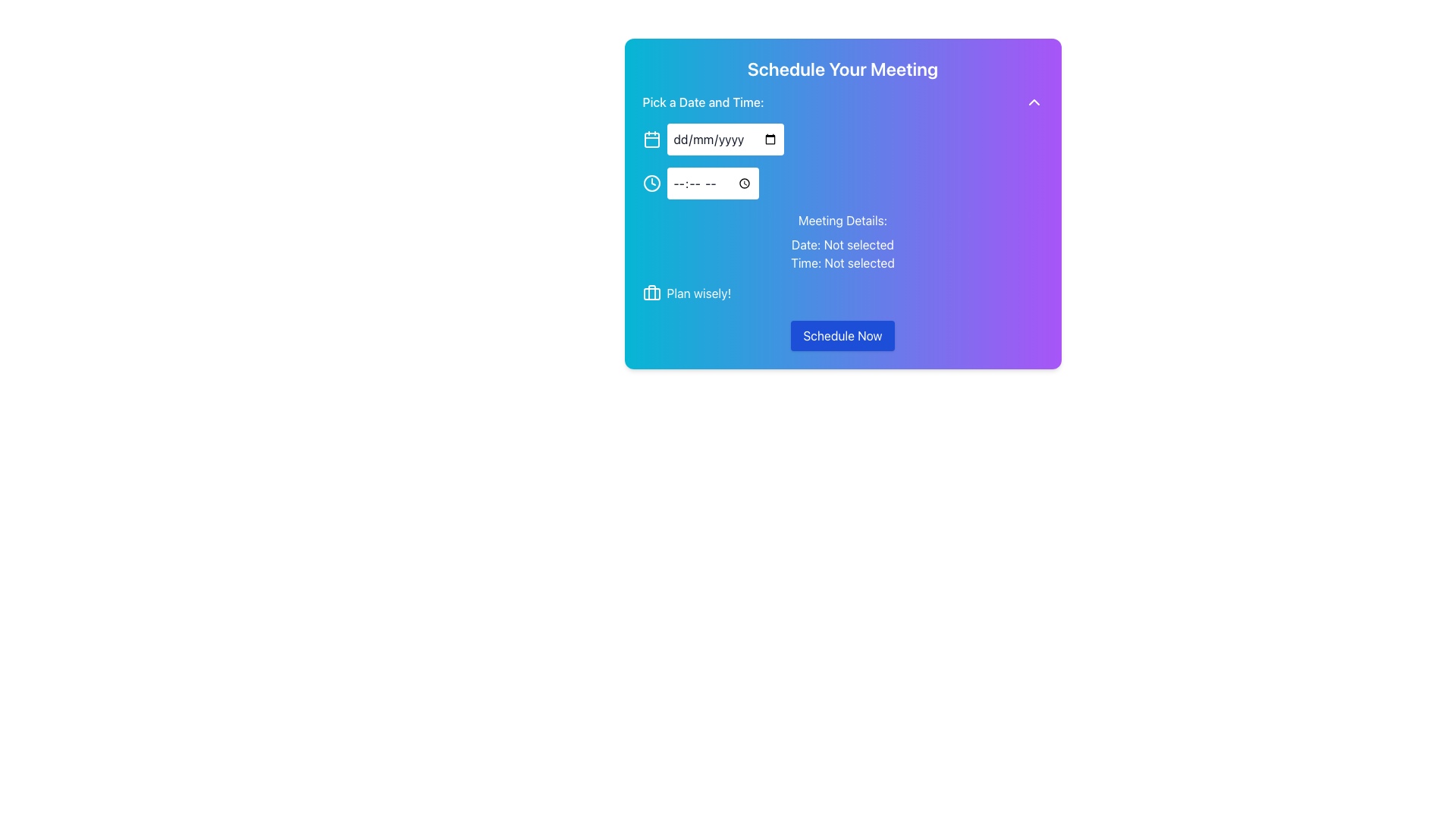 The width and height of the screenshot is (1456, 819). What do you see at coordinates (702, 102) in the screenshot?
I see `the text label that instructs the user to pick a date and time, located in the top left corner of the 'Schedule Your Meeting' card, above the date-picker field` at bounding box center [702, 102].